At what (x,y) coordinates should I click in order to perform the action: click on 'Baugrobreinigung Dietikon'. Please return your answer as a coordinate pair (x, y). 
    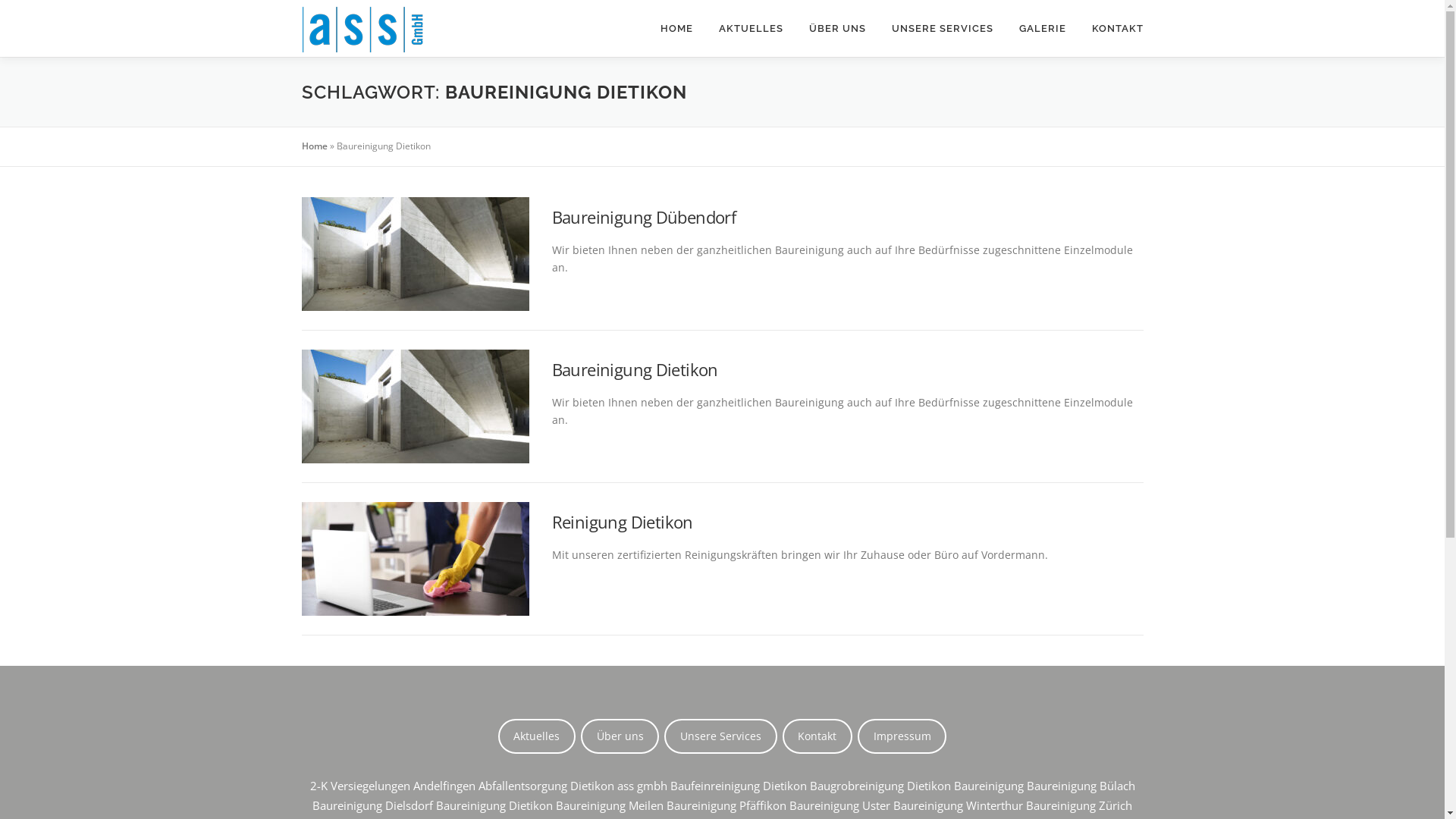
    Looking at the image, I should click on (880, 785).